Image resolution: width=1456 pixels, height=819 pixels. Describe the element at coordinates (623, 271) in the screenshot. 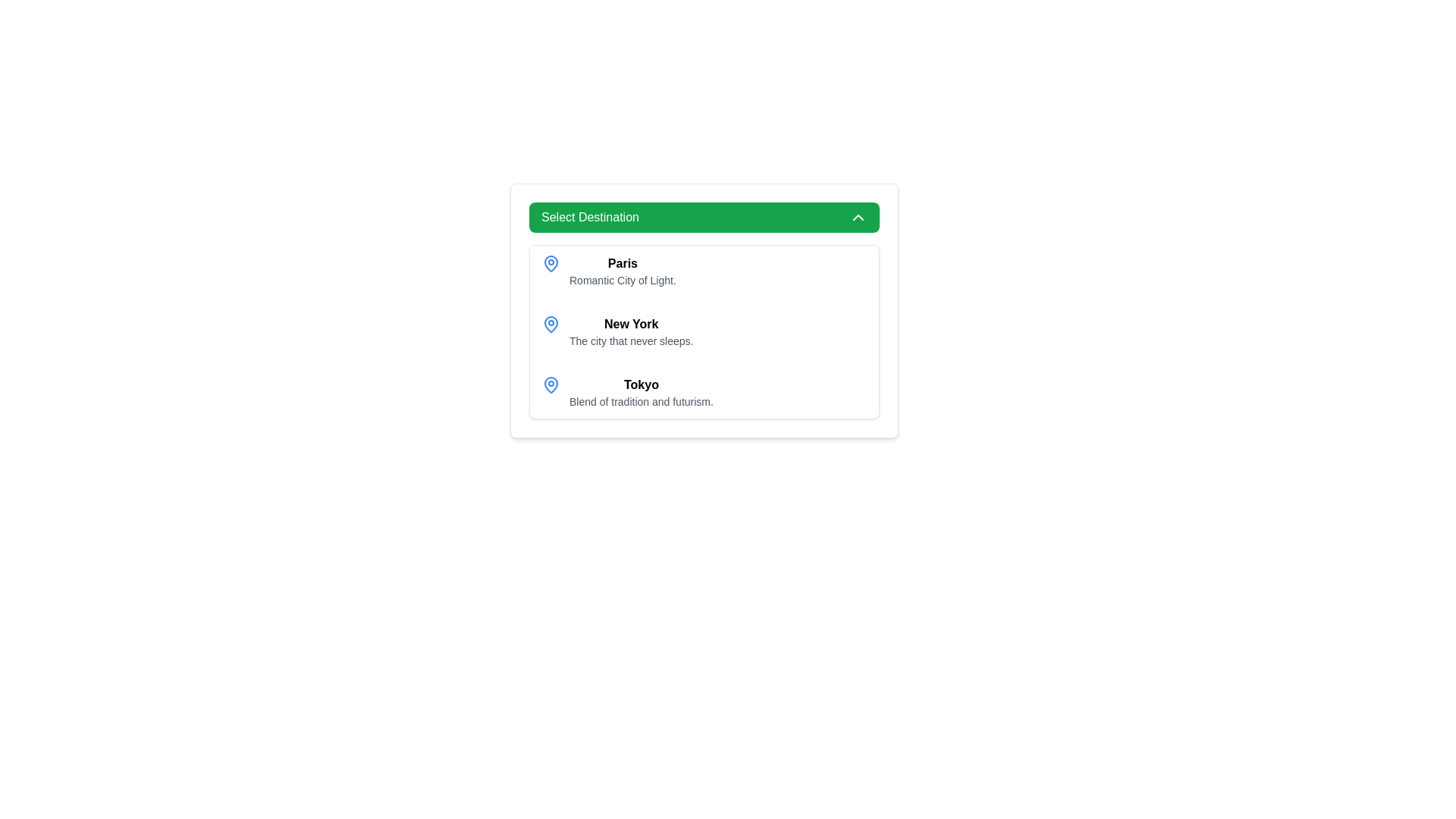

I see `the first list item in the 'Select Destination' dropdown menu` at that location.